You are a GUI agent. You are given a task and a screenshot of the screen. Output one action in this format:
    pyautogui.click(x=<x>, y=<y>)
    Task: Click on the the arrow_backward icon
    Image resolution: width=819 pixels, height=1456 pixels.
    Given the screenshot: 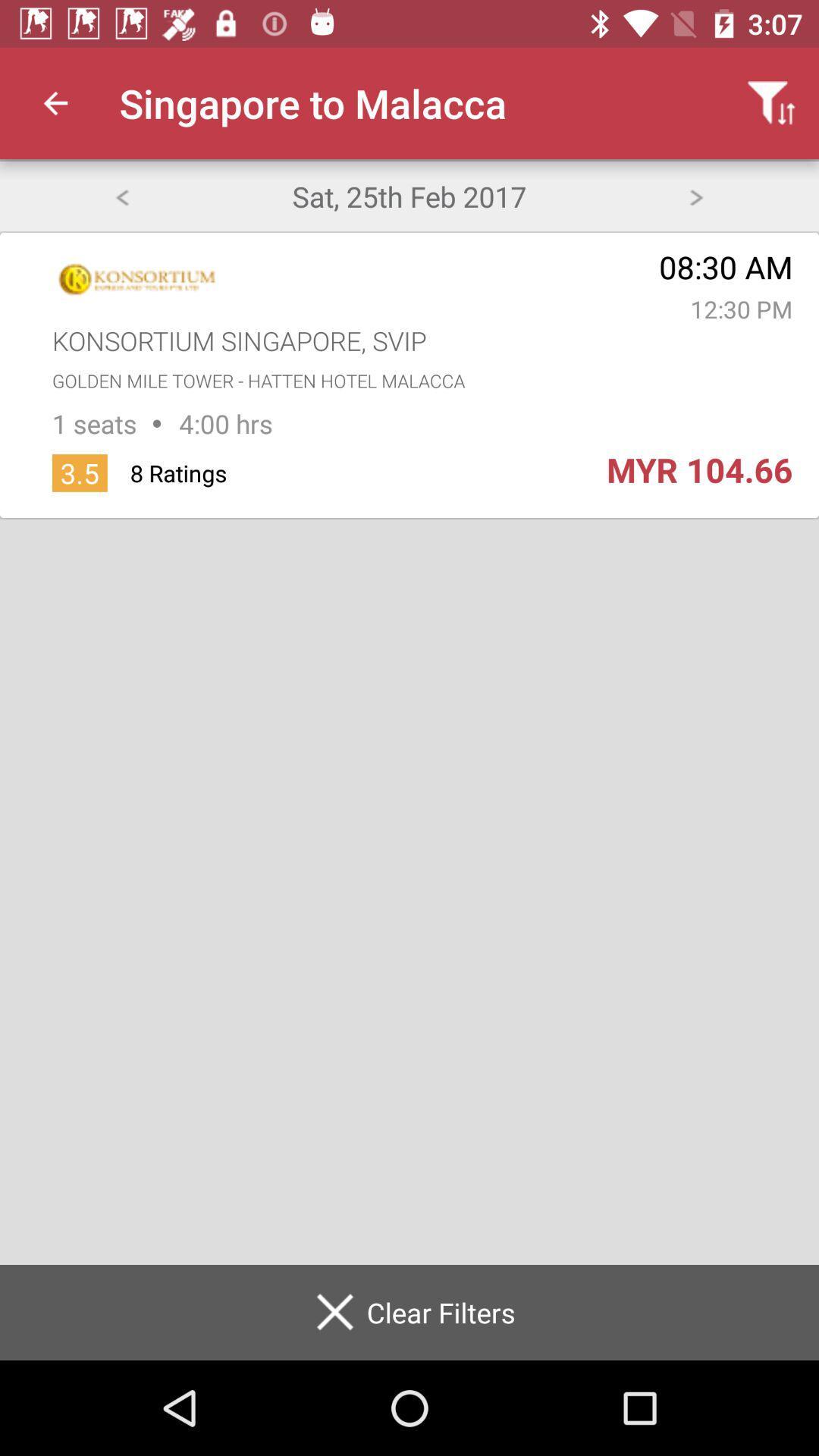 What is the action you would take?
    pyautogui.click(x=121, y=195)
    